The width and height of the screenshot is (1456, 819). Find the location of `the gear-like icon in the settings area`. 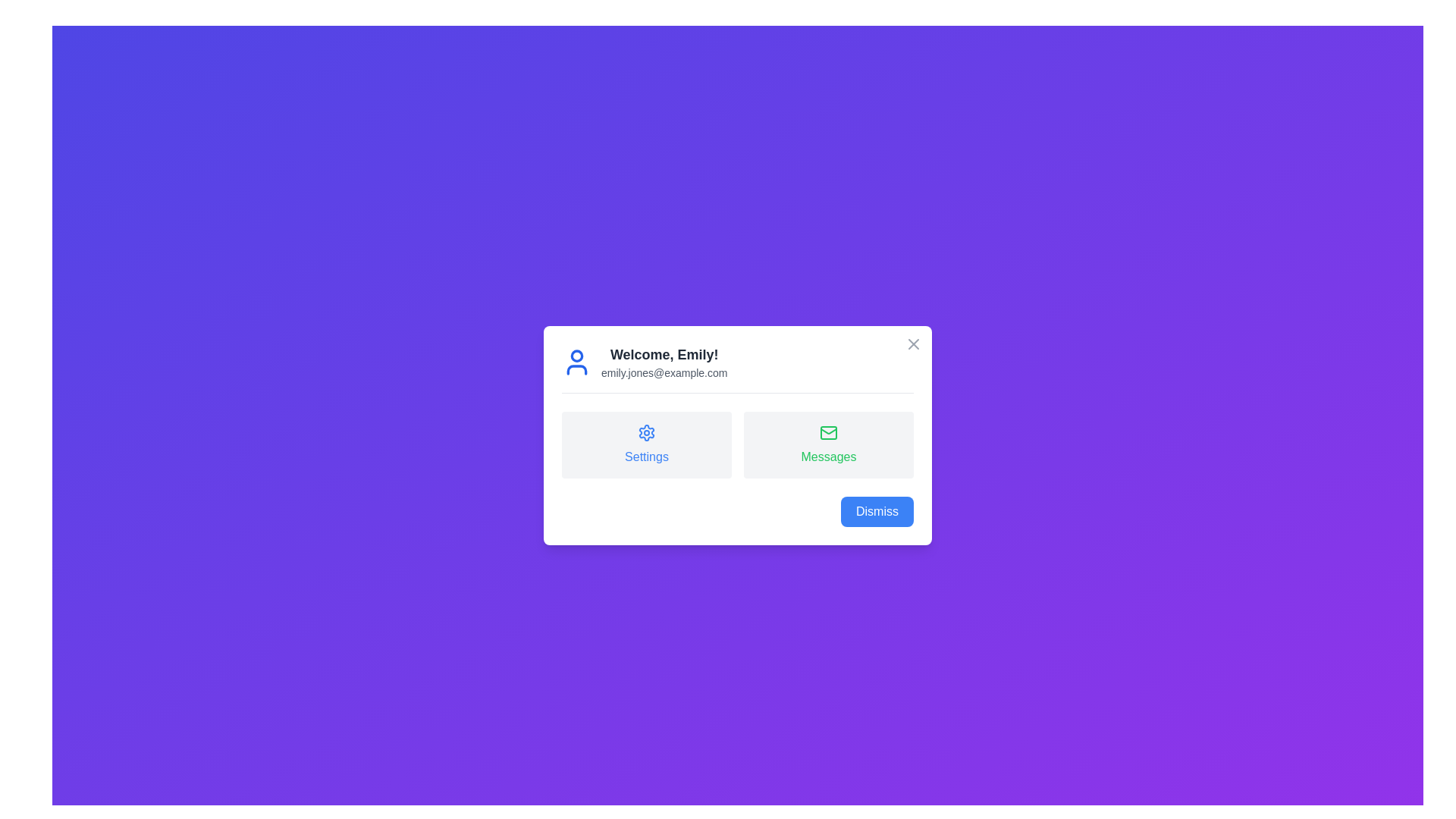

the gear-like icon in the settings area is located at coordinates (647, 432).